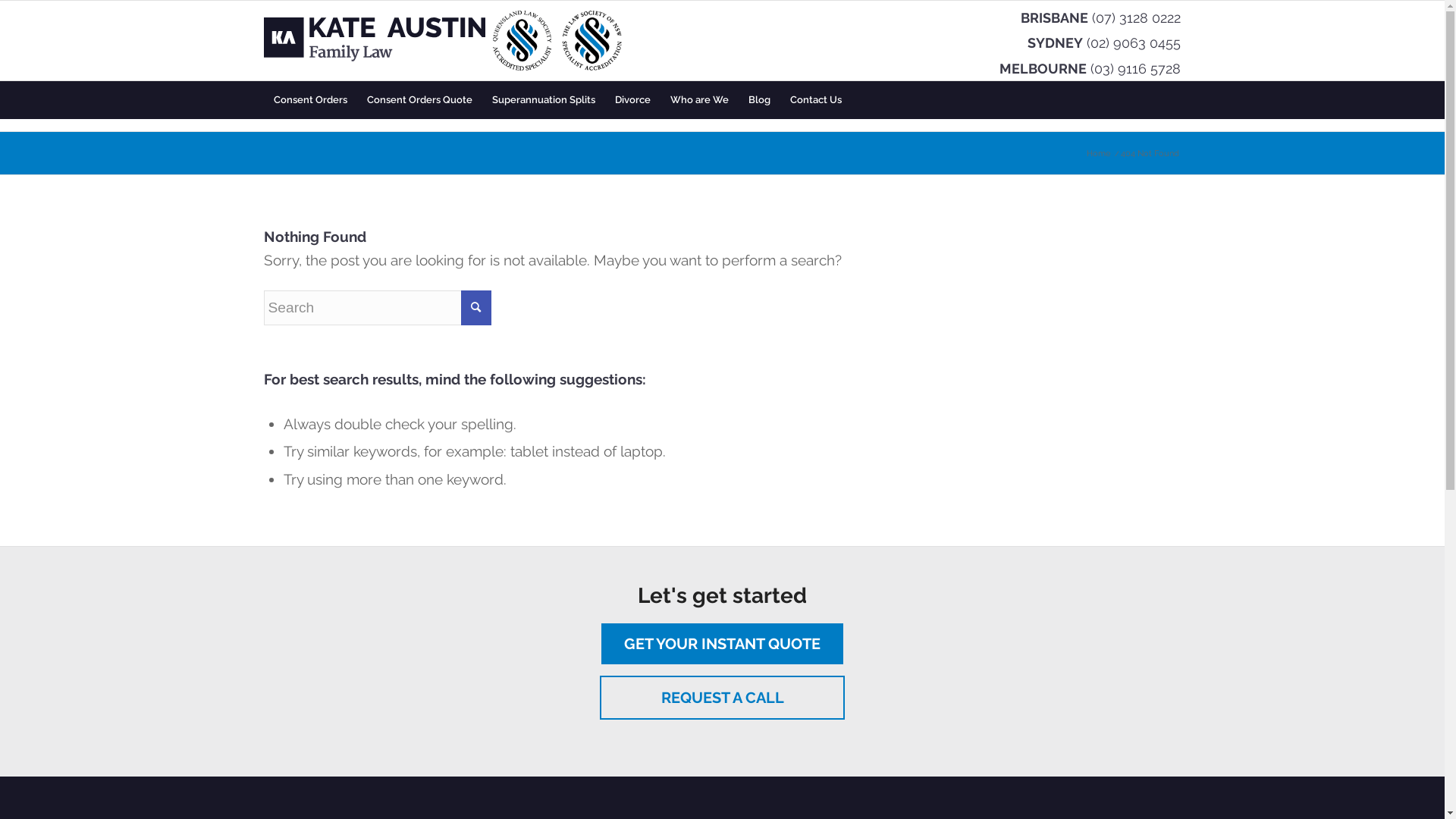  What do you see at coordinates (999, 67) in the screenshot?
I see `'MELBOURNE (03) 9116 5728'` at bounding box center [999, 67].